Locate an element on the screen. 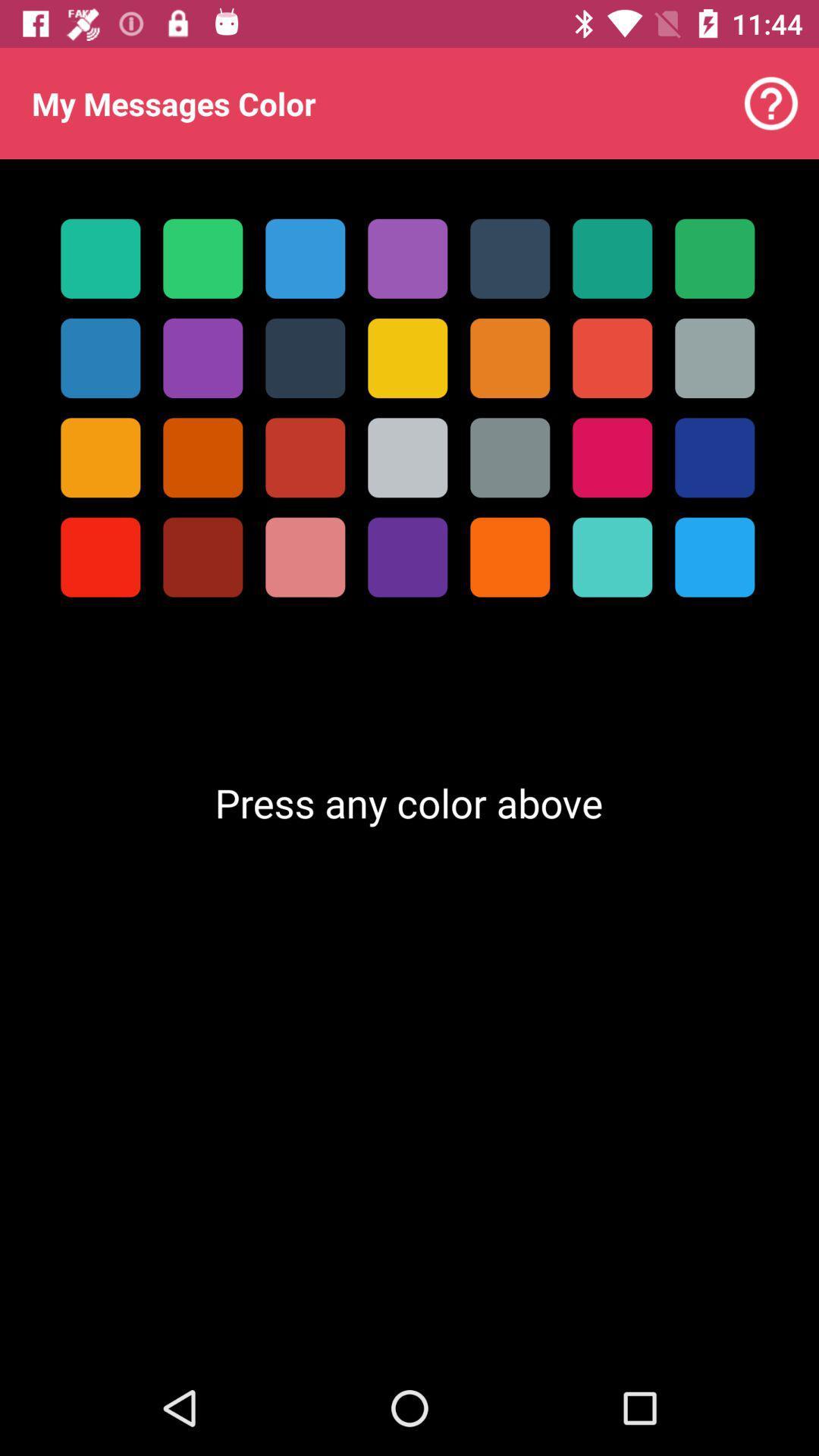  the icon next to the my messages color is located at coordinates (771, 102).